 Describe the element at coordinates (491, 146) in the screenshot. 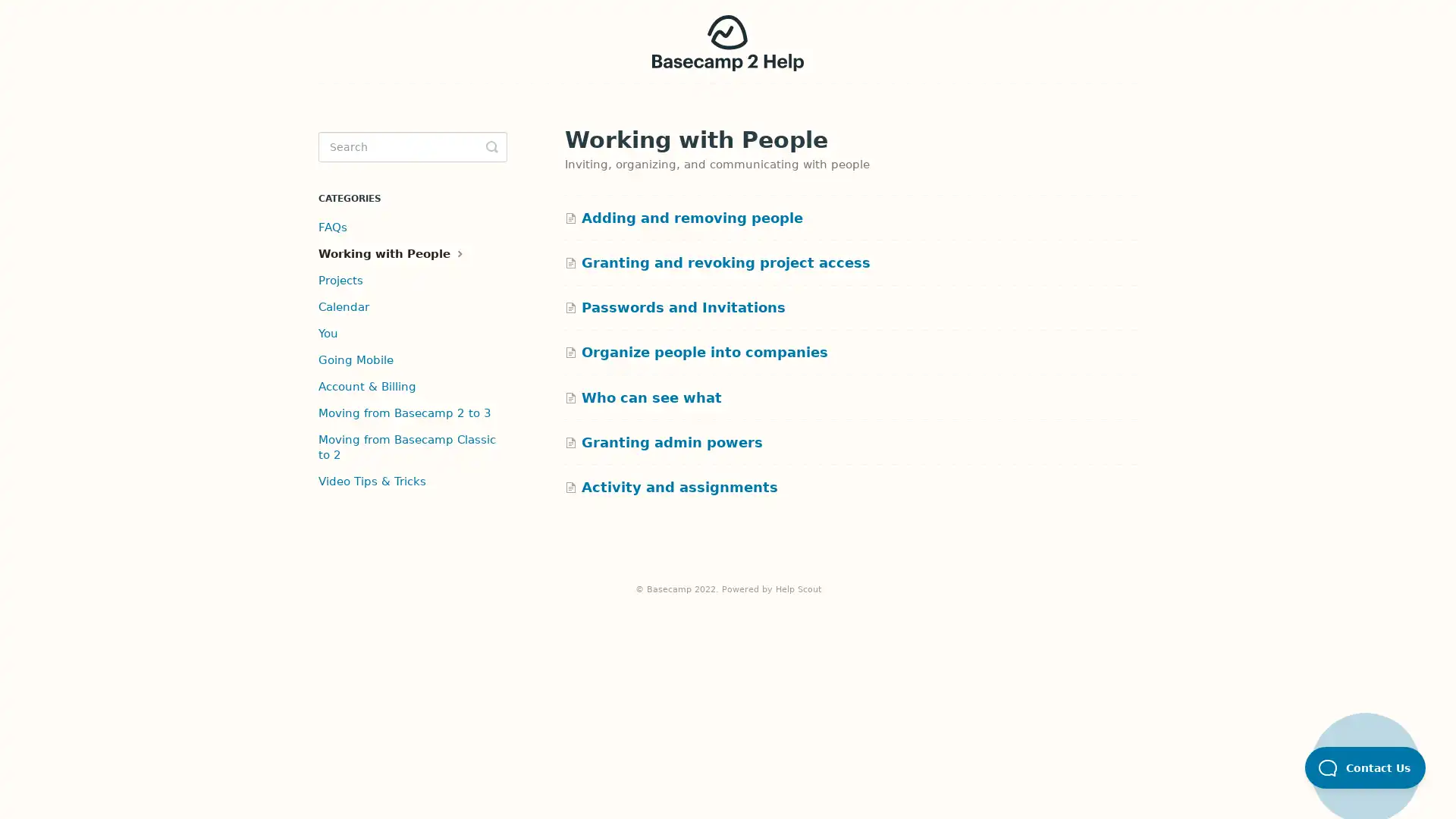

I see `Toggle Search` at that location.